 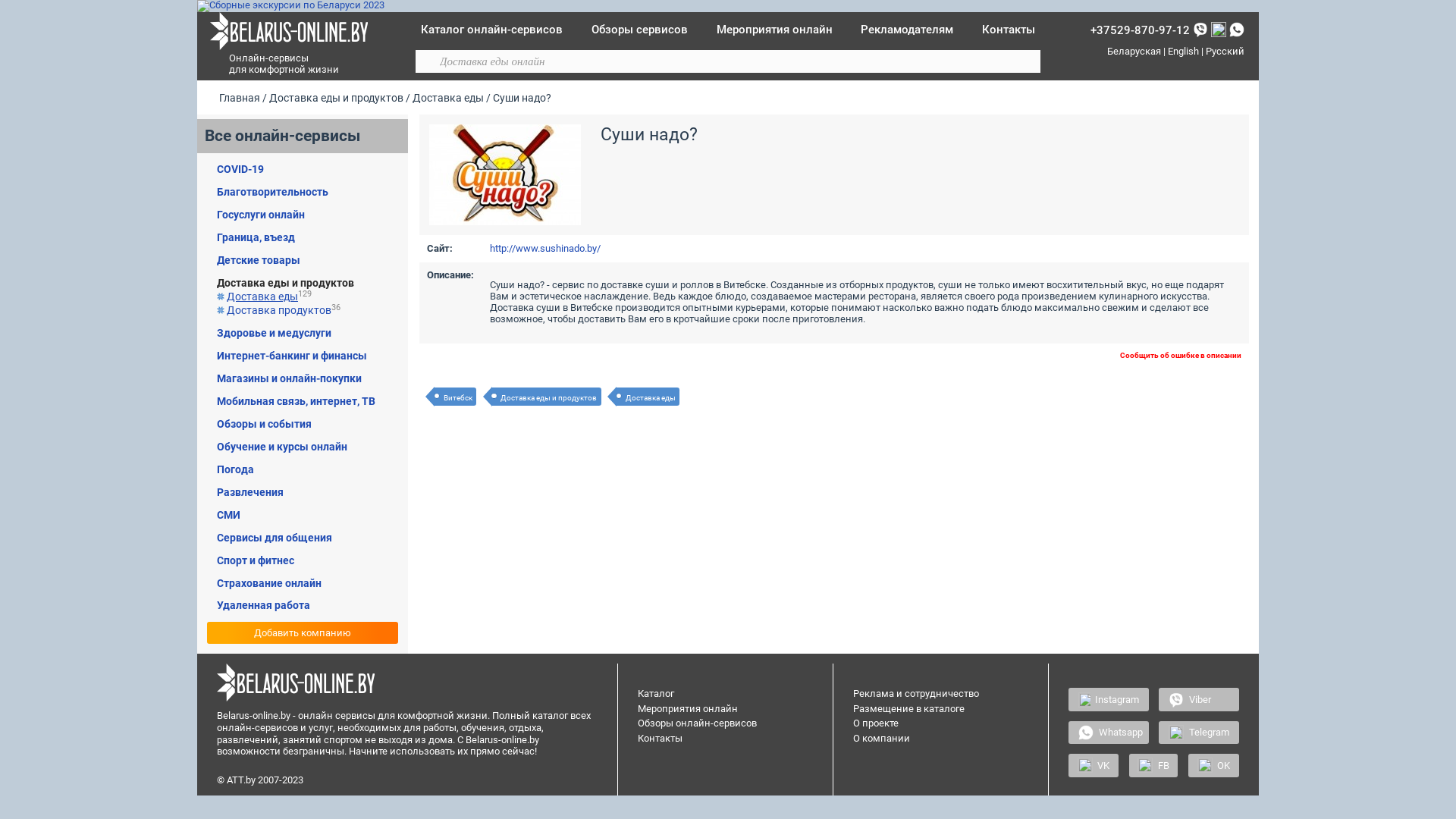 I want to click on 'OK', so click(x=1213, y=765).